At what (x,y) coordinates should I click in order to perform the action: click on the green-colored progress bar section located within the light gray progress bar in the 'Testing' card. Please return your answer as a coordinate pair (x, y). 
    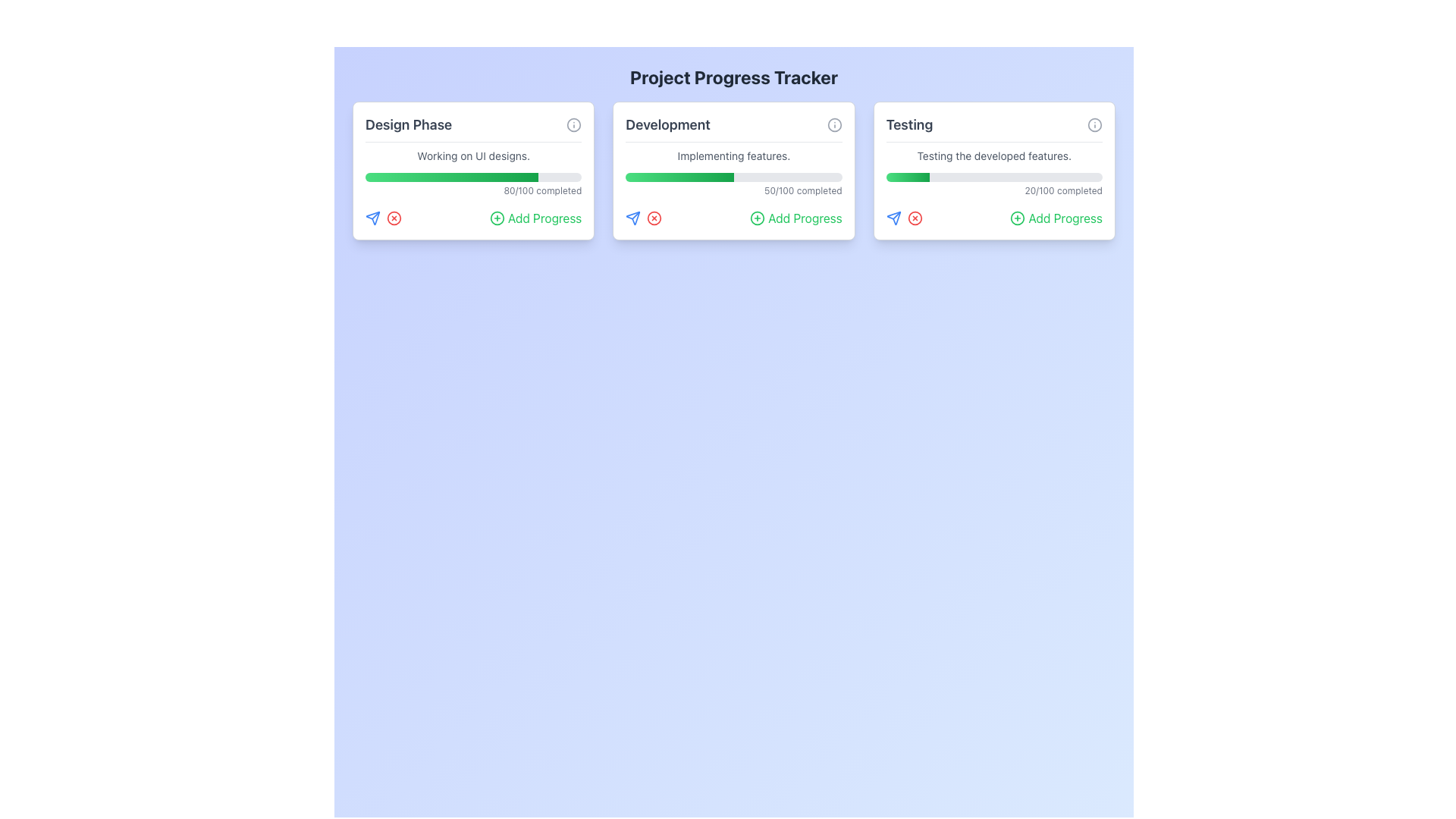
    Looking at the image, I should click on (908, 177).